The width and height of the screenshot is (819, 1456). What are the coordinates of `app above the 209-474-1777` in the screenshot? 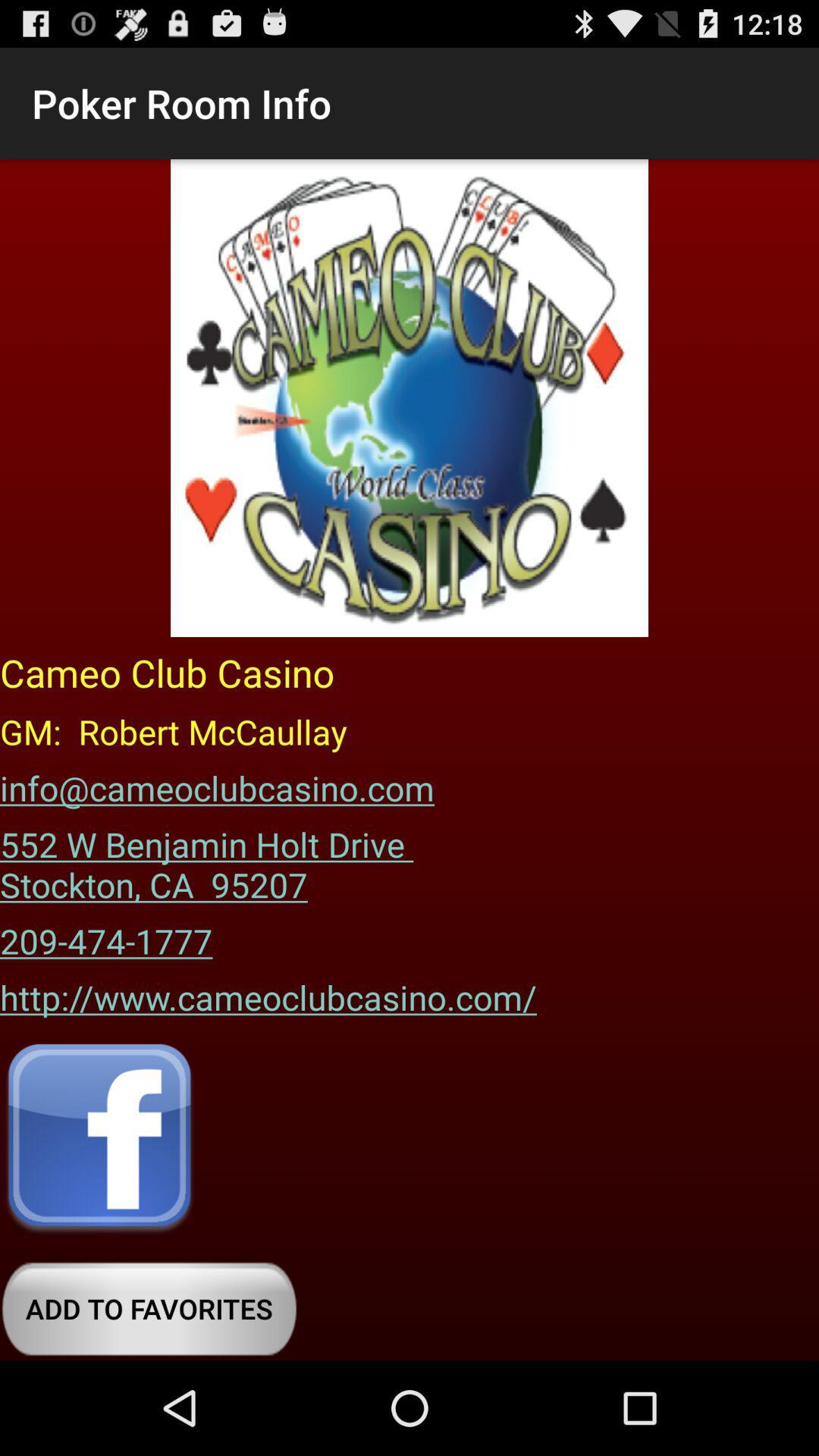 It's located at (212, 859).